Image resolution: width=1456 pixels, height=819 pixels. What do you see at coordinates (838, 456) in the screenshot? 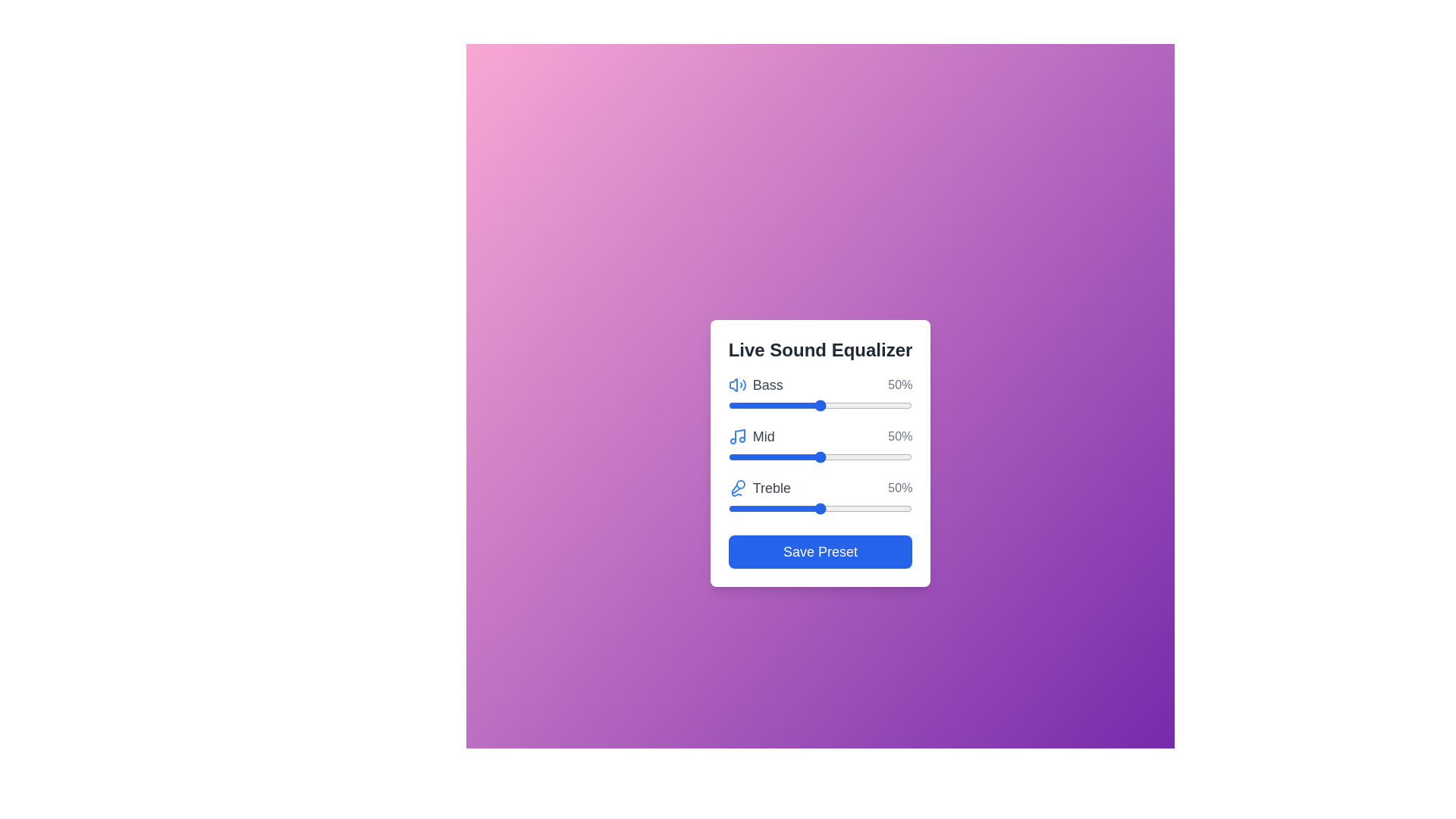
I see `the 'Mid' slider to 60%` at bounding box center [838, 456].